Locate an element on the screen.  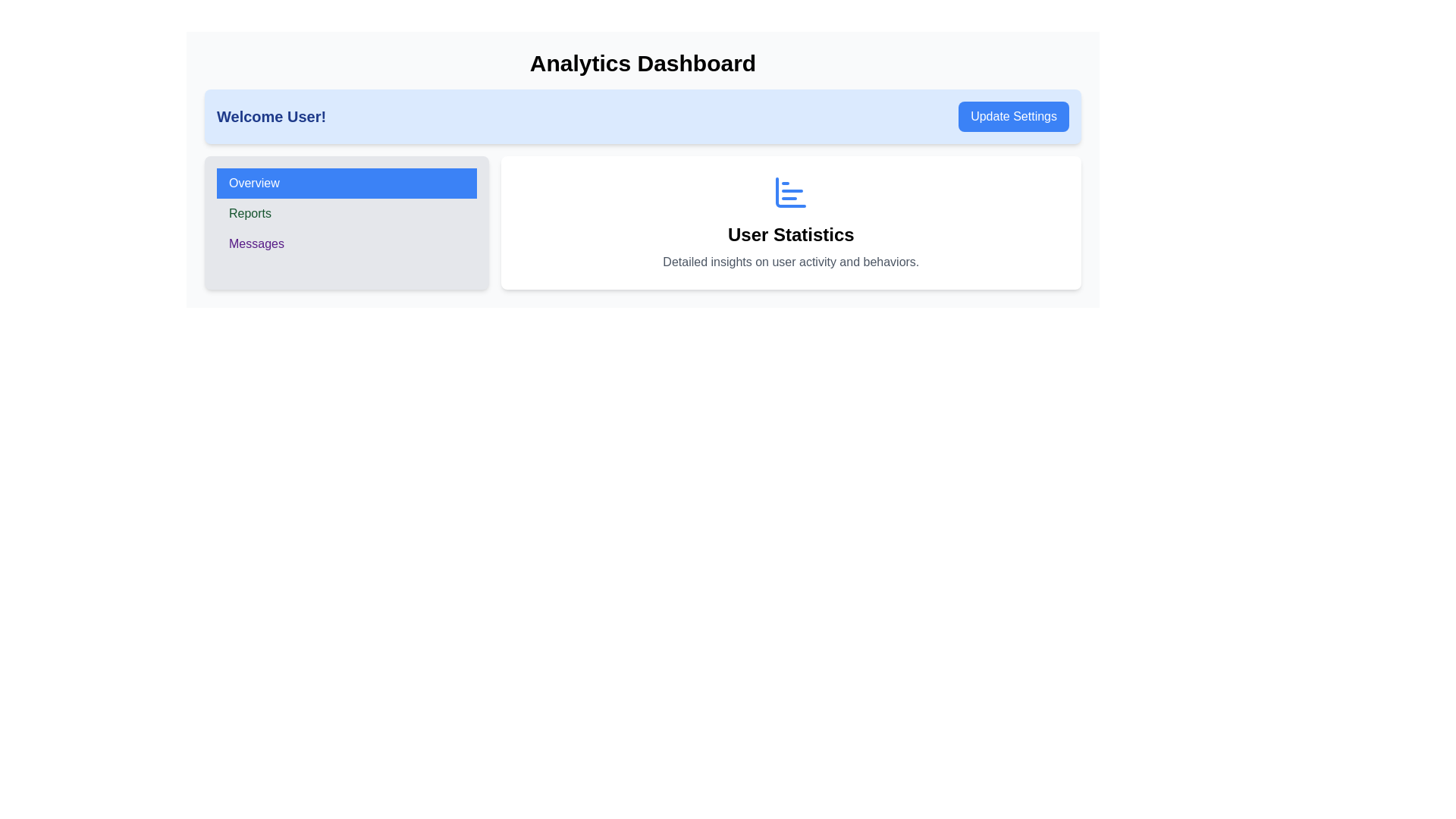
the settings update button located is located at coordinates (1014, 116).